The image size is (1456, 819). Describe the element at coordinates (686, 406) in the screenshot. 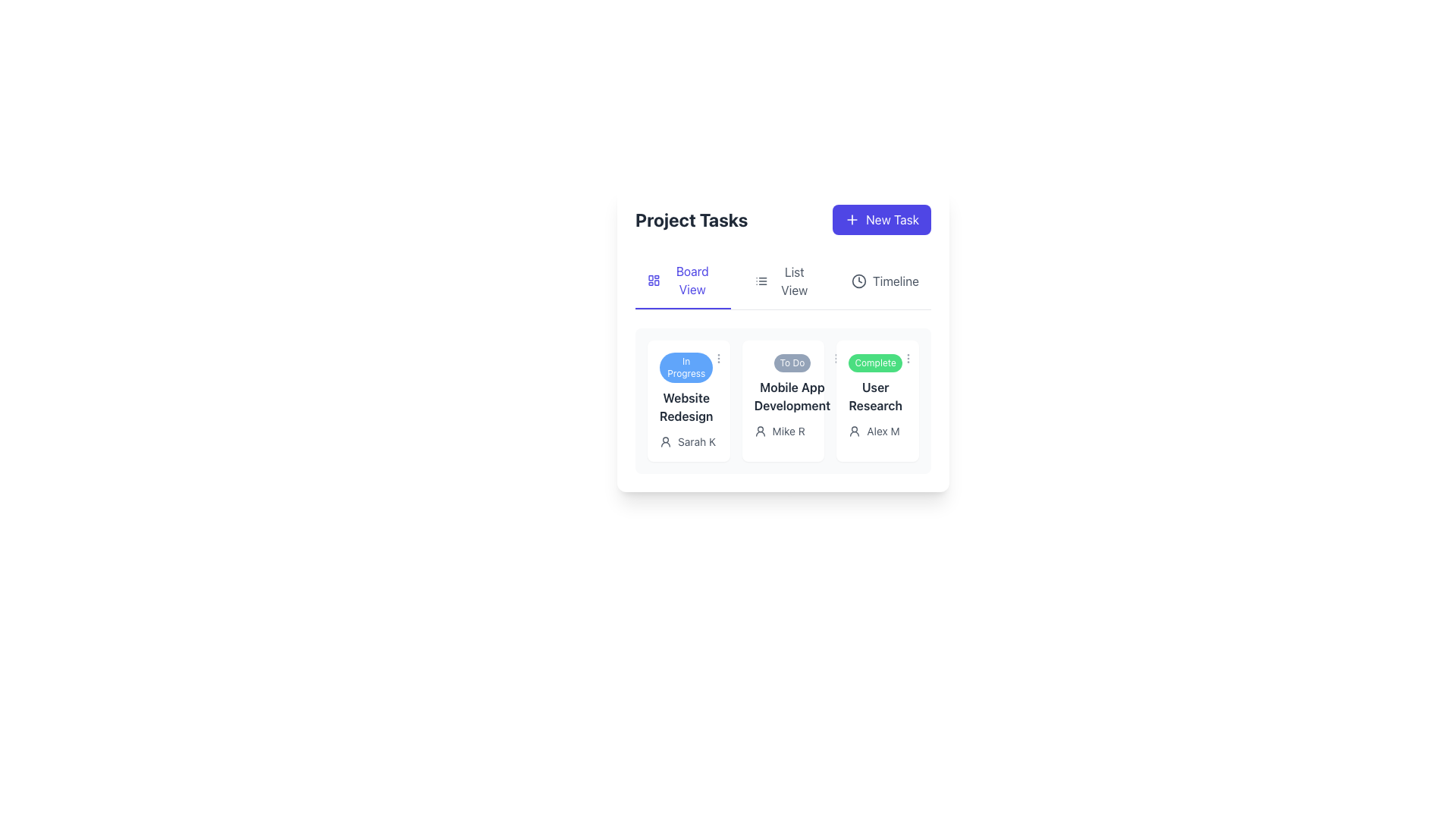

I see `the task name indicated` at that location.